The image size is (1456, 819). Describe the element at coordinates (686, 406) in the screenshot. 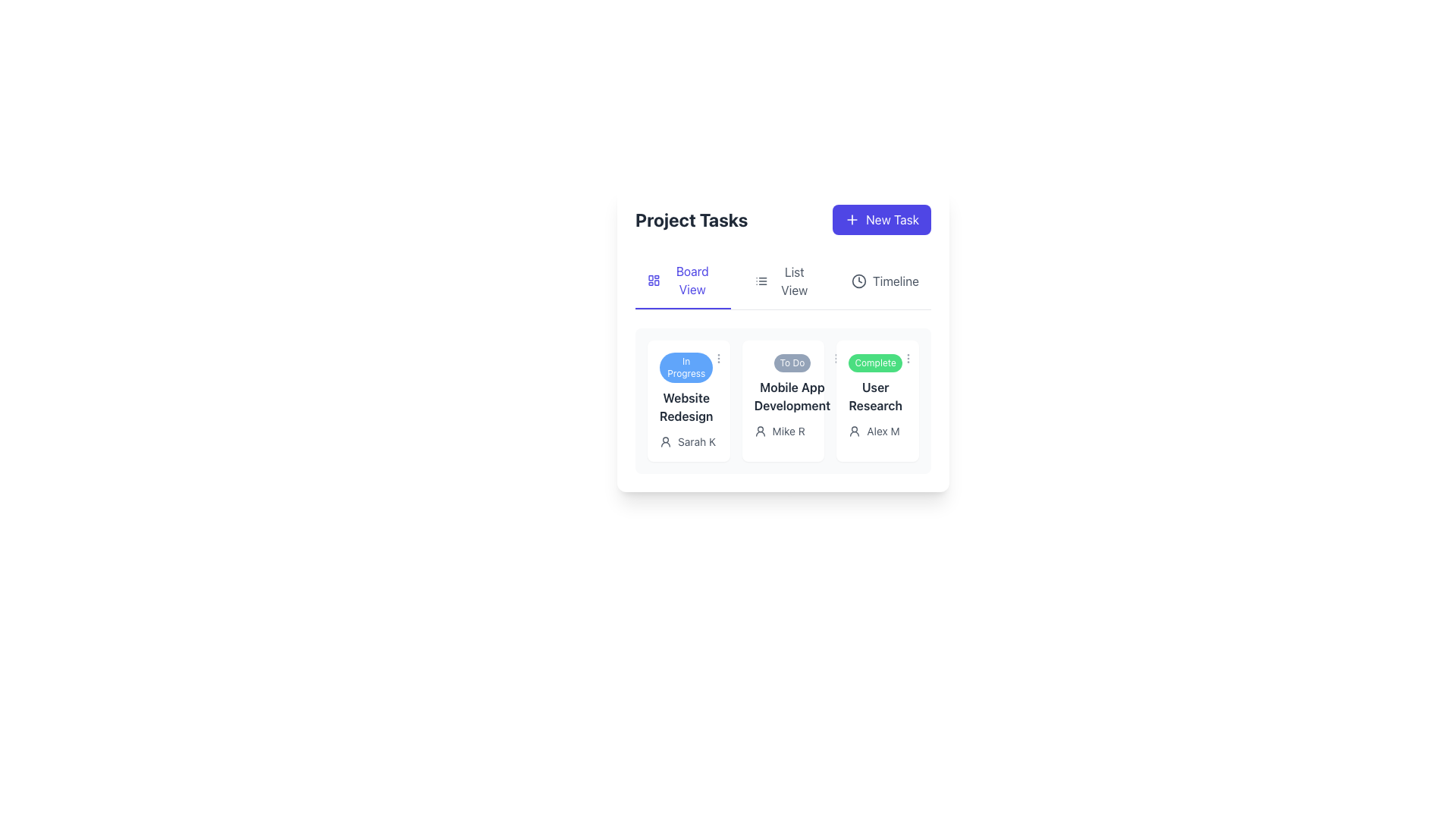

I see `the task name indicated` at that location.